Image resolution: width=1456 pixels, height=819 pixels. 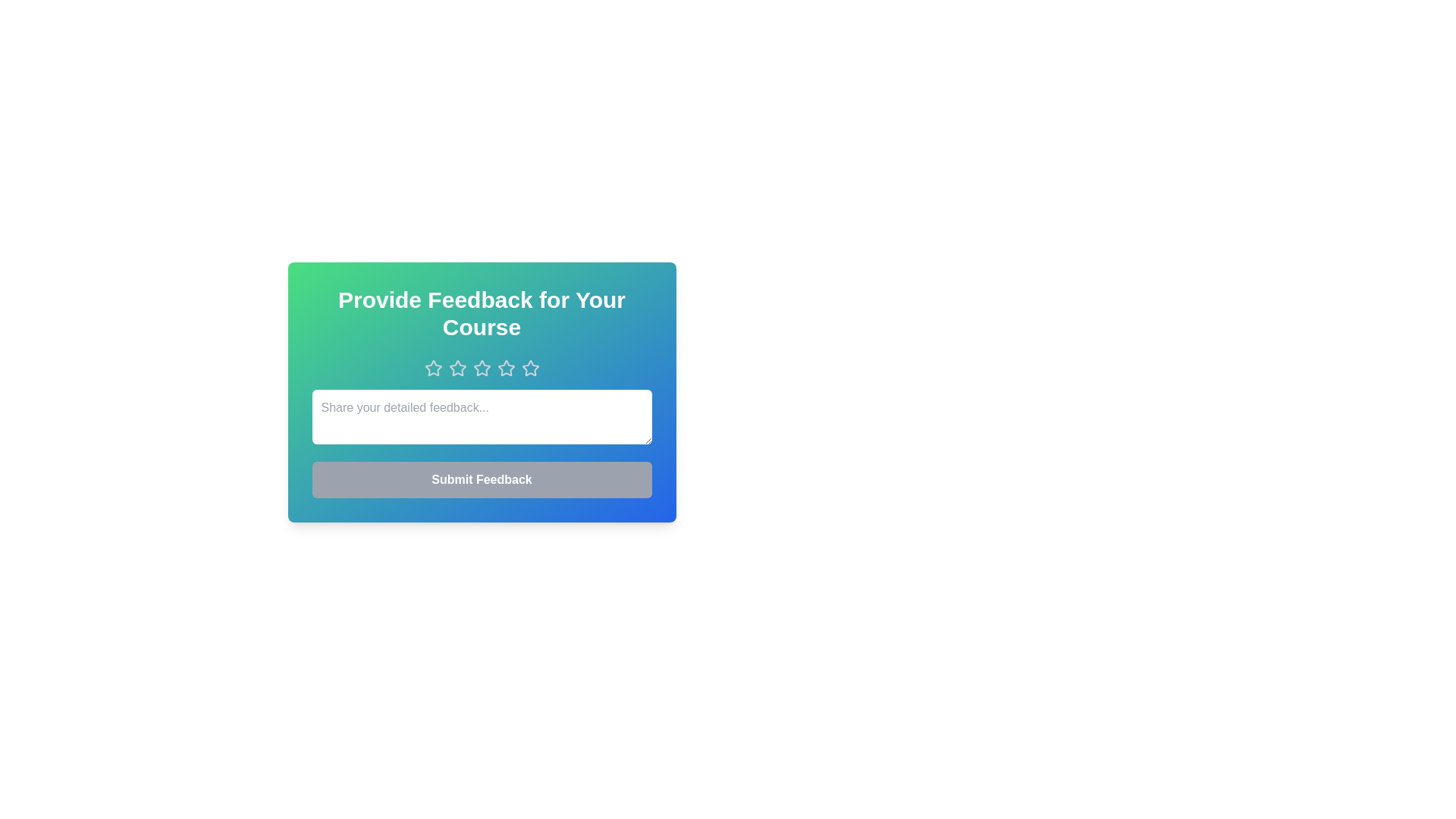 What do you see at coordinates (457, 369) in the screenshot?
I see `the star corresponding to the rating 2 to set it` at bounding box center [457, 369].